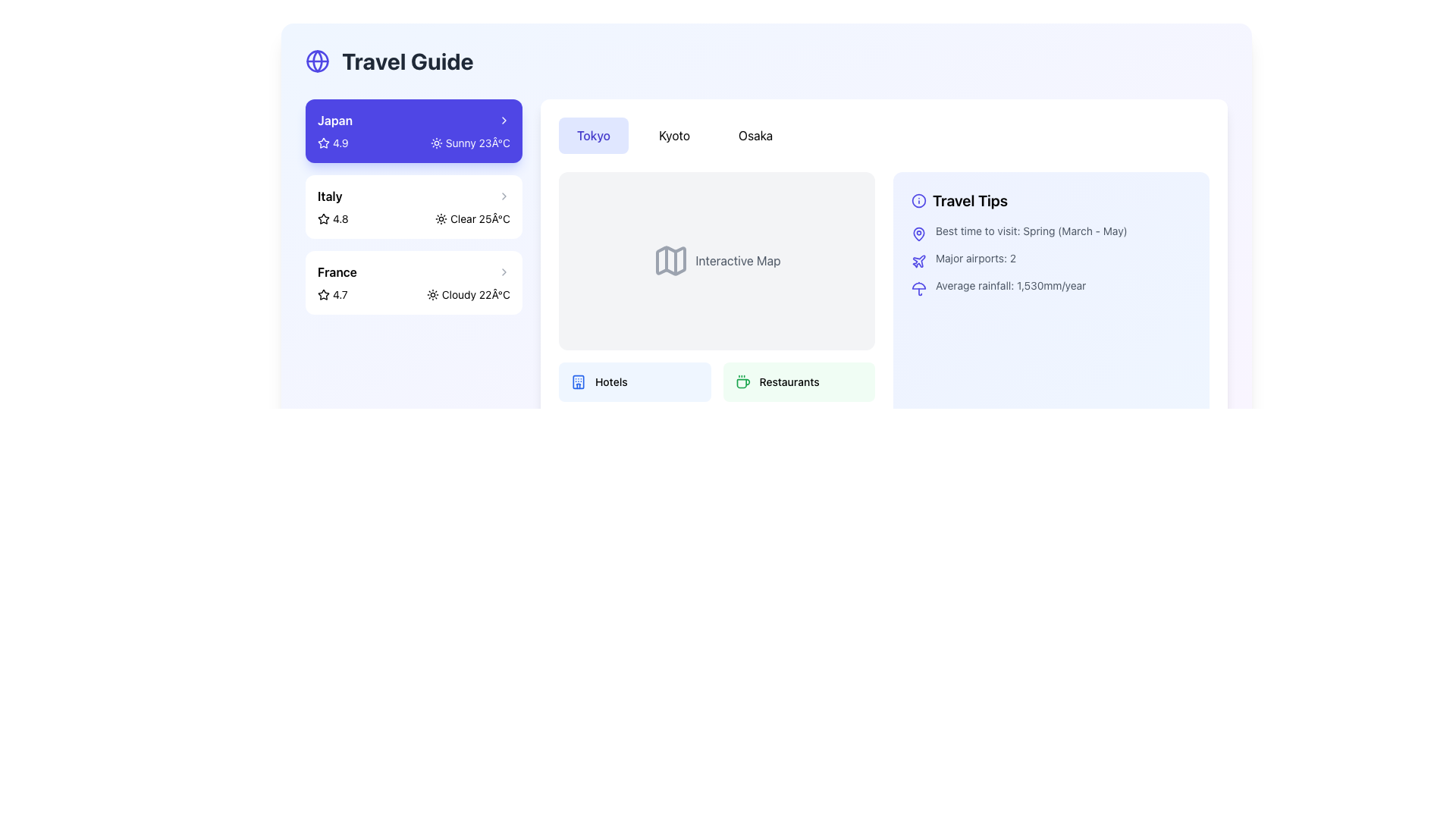 This screenshot has width=1456, height=819. What do you see at coordinates (340, 219) in the screenshot?
I see `the text label displaying the rating for the 'Italy' destination in the travel guide interface, which is located in the middle of the 'Italy' section and aligned with a star icon and weather detail` at bounding box center [340, 219].